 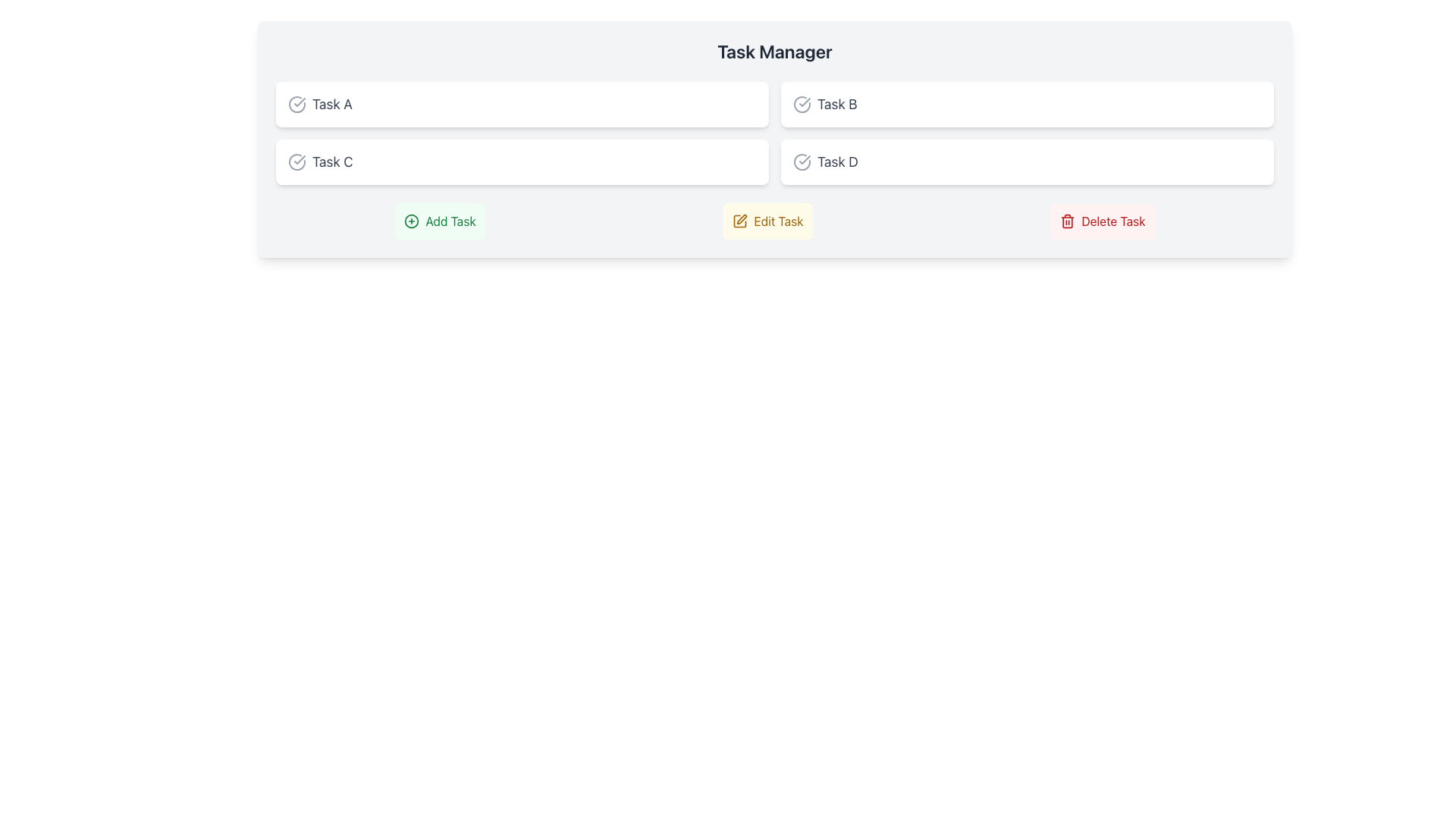 I want to click on the Circle icon with a check mark, which indicates the status of the task, located to the immediate left of the text 'Task A', so click(x=297, y=104).